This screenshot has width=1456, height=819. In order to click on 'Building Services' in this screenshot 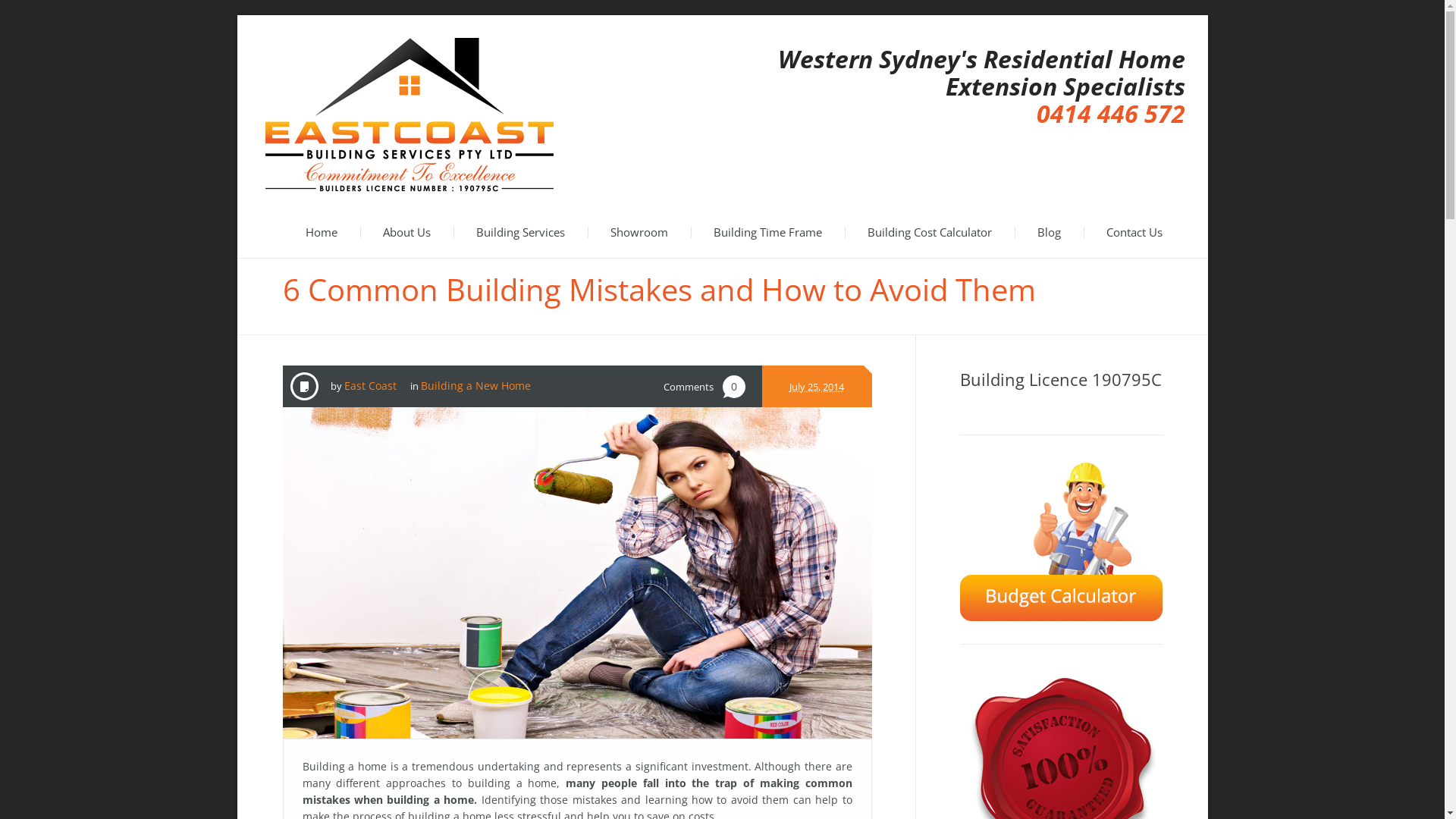, I will do `click(520, 232)`.